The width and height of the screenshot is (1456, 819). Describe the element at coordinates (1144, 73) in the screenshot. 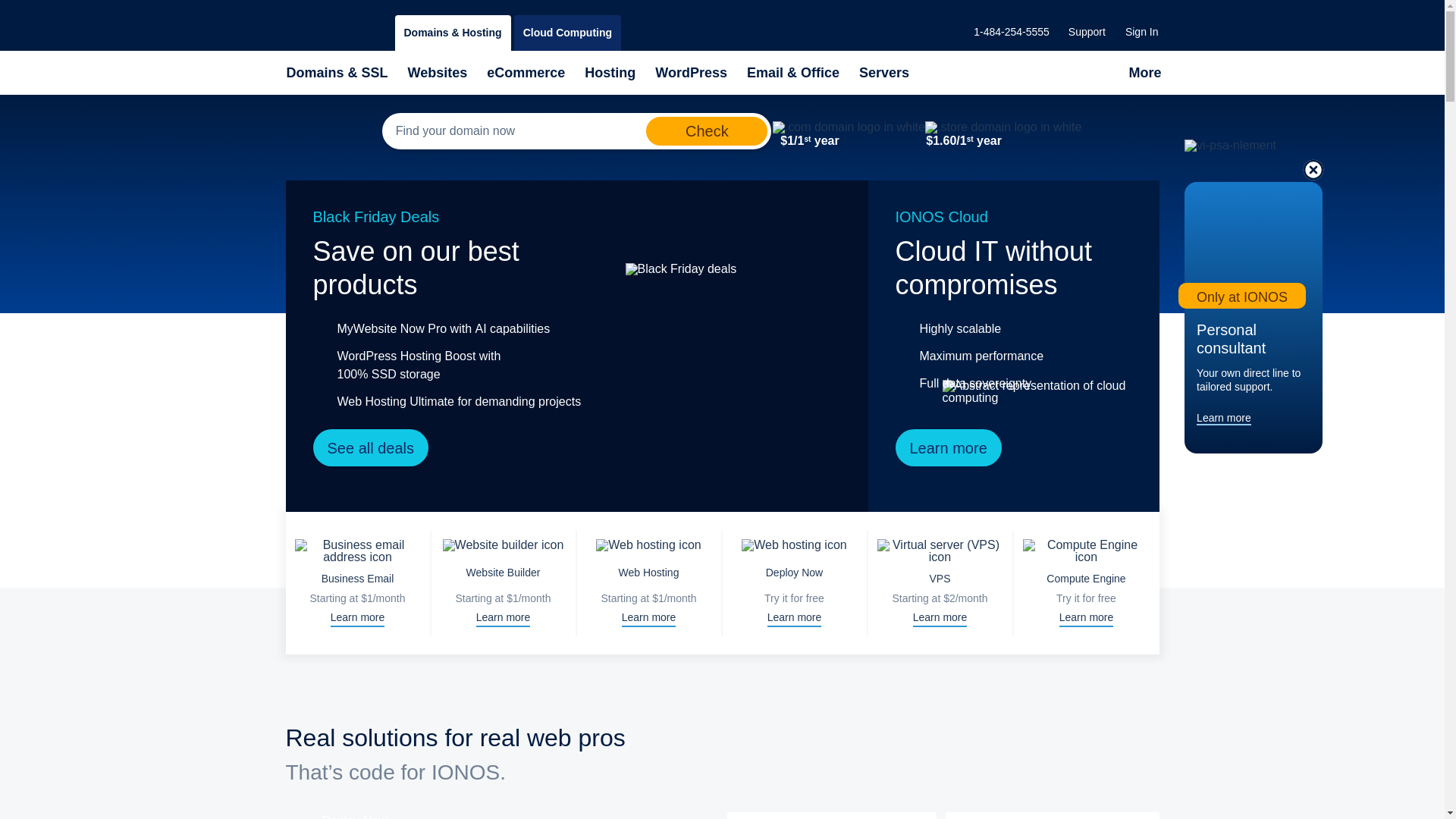

I see `'More'` at that location.